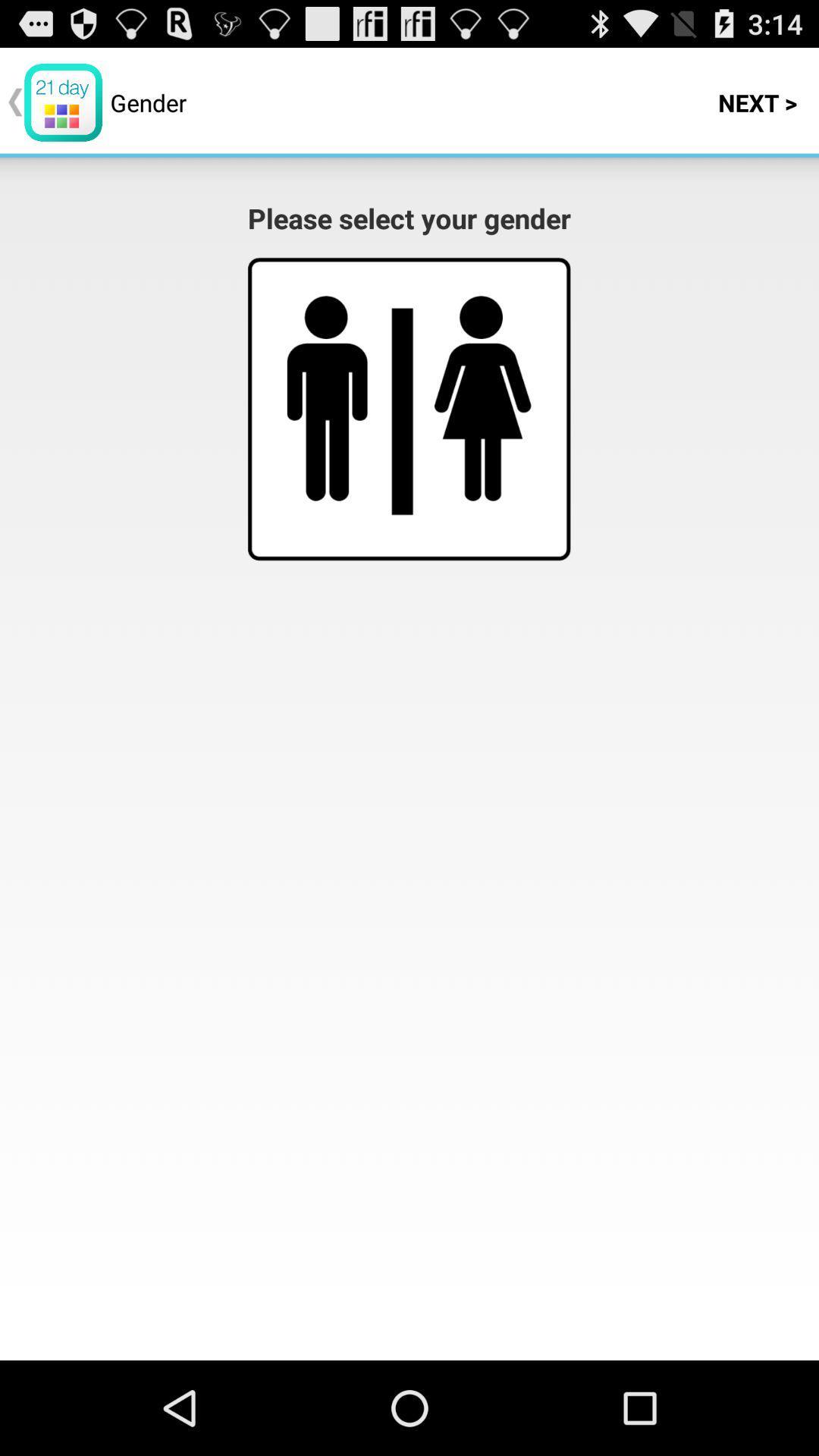 Image resolution: width=819 pixels, height=1456 pixels. I want to click on the home icon, so click(482, 425).